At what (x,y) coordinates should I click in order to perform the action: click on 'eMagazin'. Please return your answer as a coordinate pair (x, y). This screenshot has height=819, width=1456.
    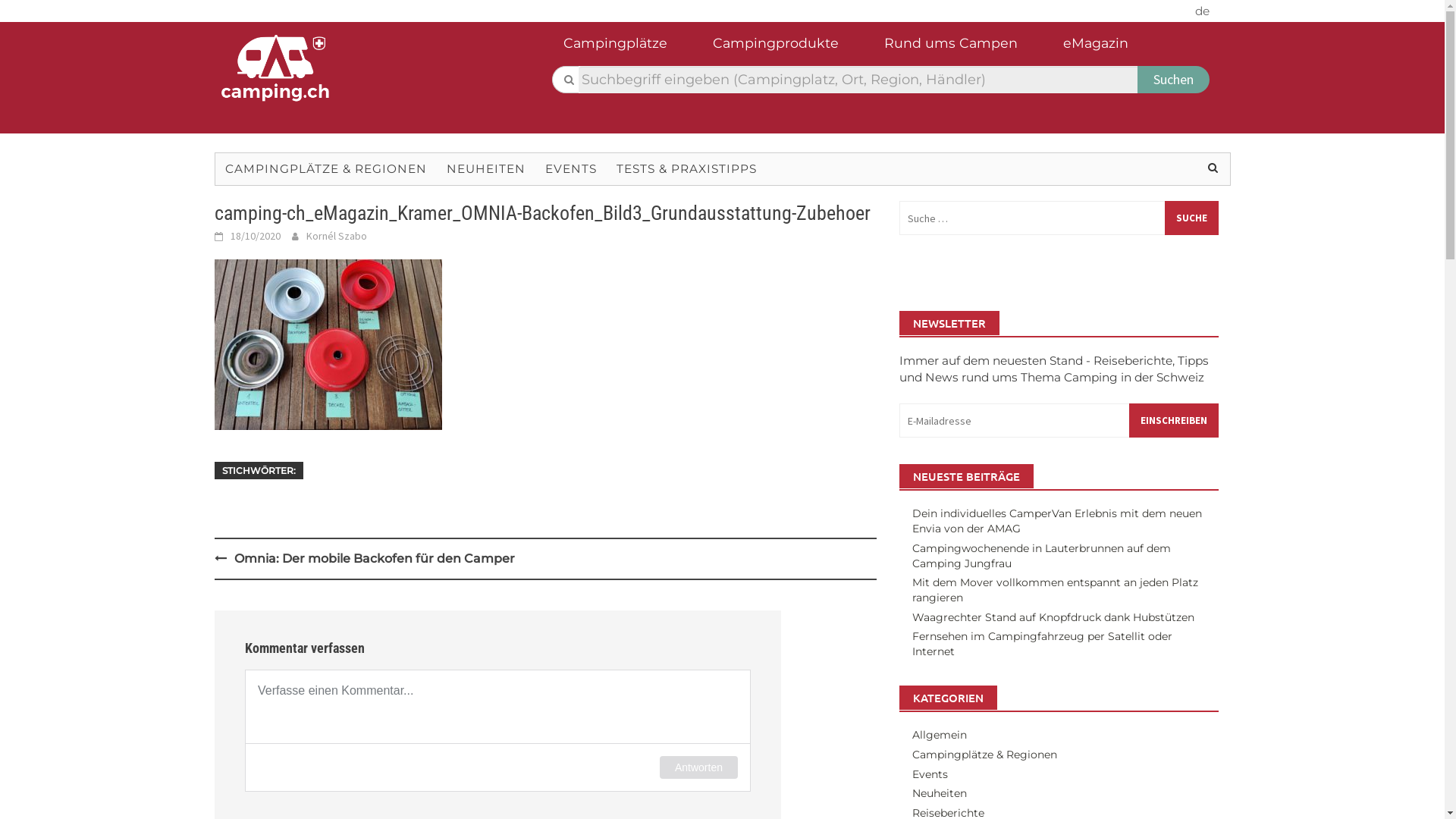
    Looking at the image, I should click on (1110, 47).